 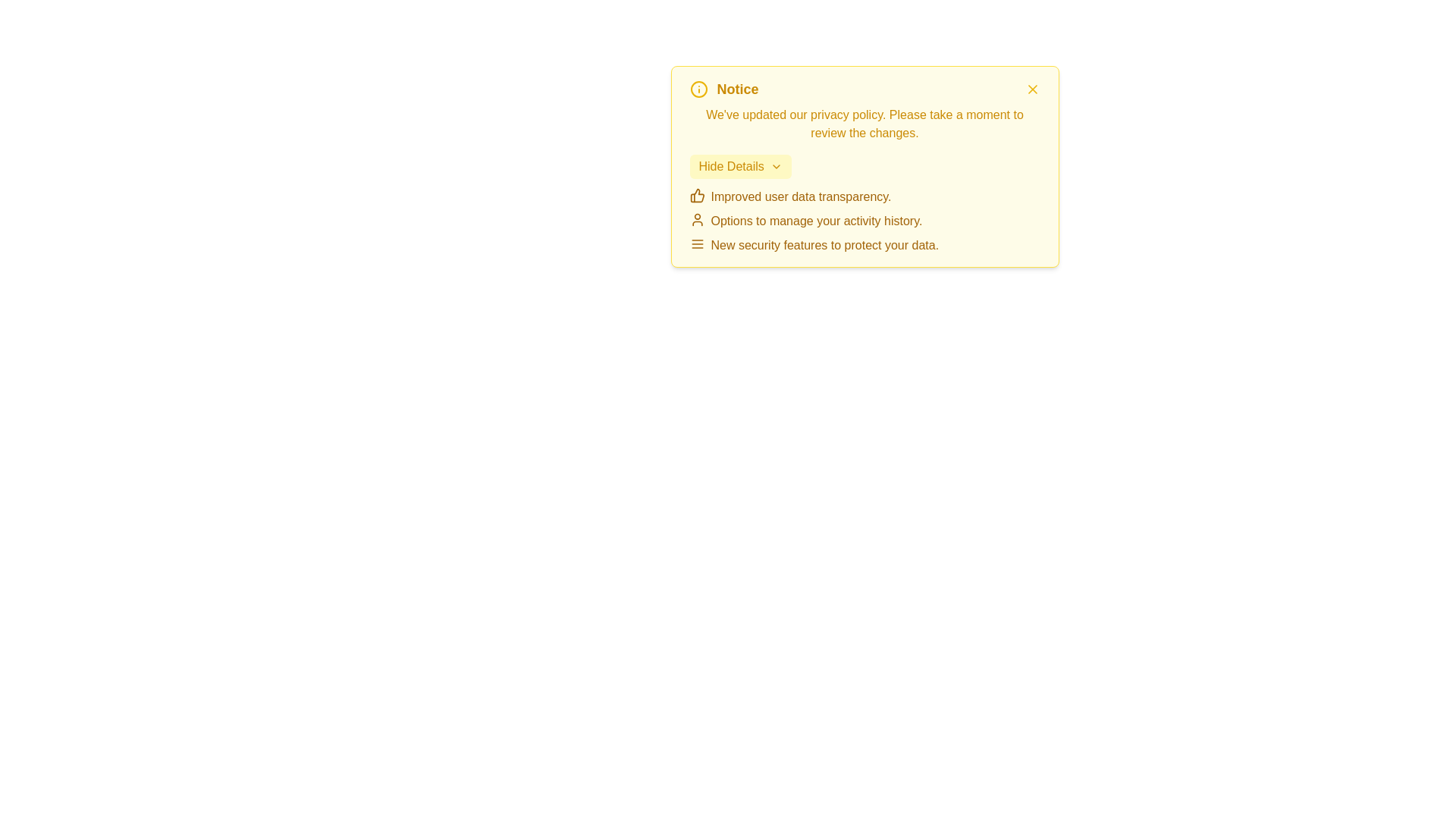 What do you see at coordinates (800, 196) in the screenshot?
I see `the text that provides information about an improvement in data transparency within the notification card, located to the right of the thumbs-up icon` at bounding box center [800, 196].